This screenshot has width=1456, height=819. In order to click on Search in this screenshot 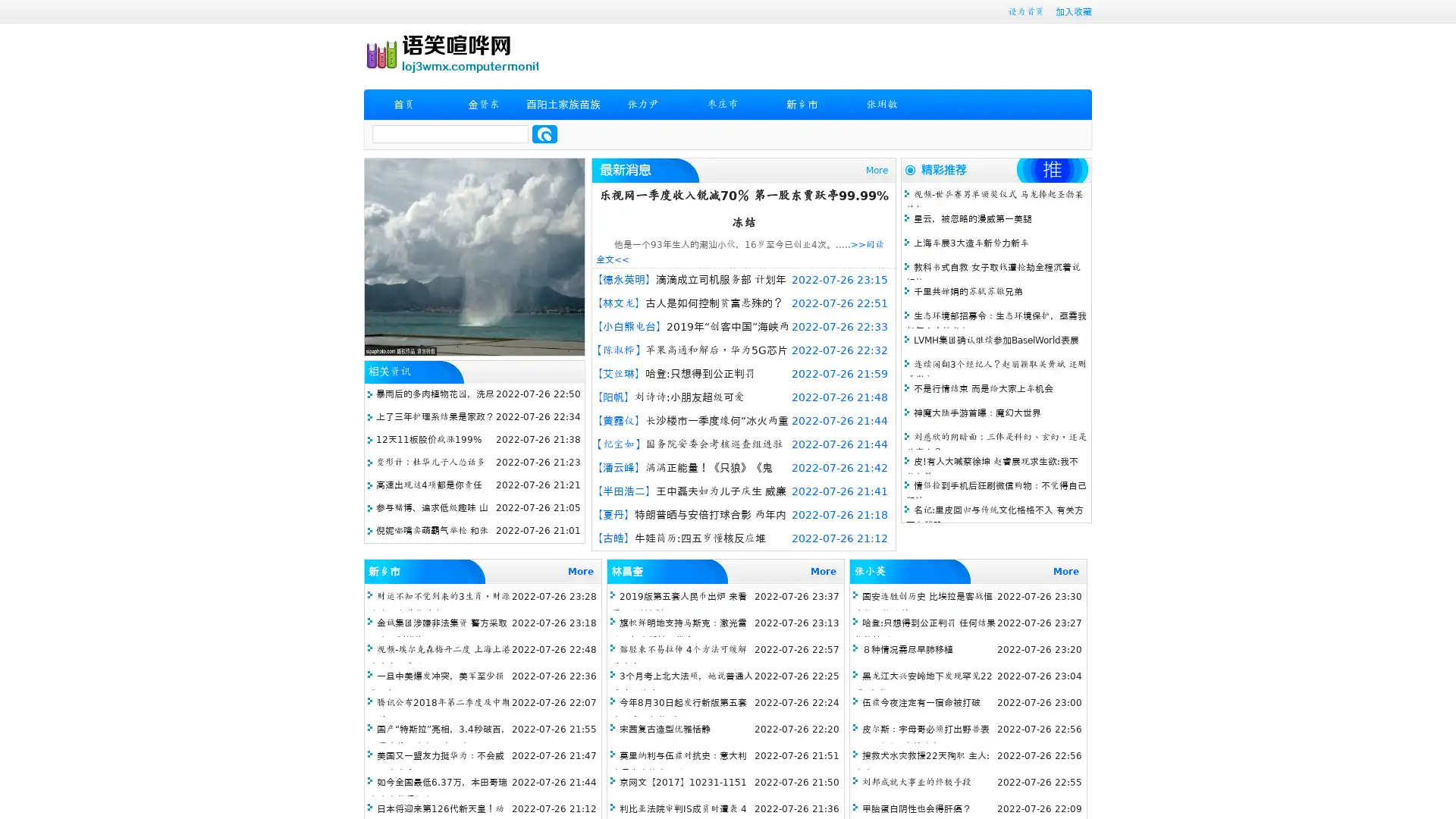, I will do `click(544, 133)`.